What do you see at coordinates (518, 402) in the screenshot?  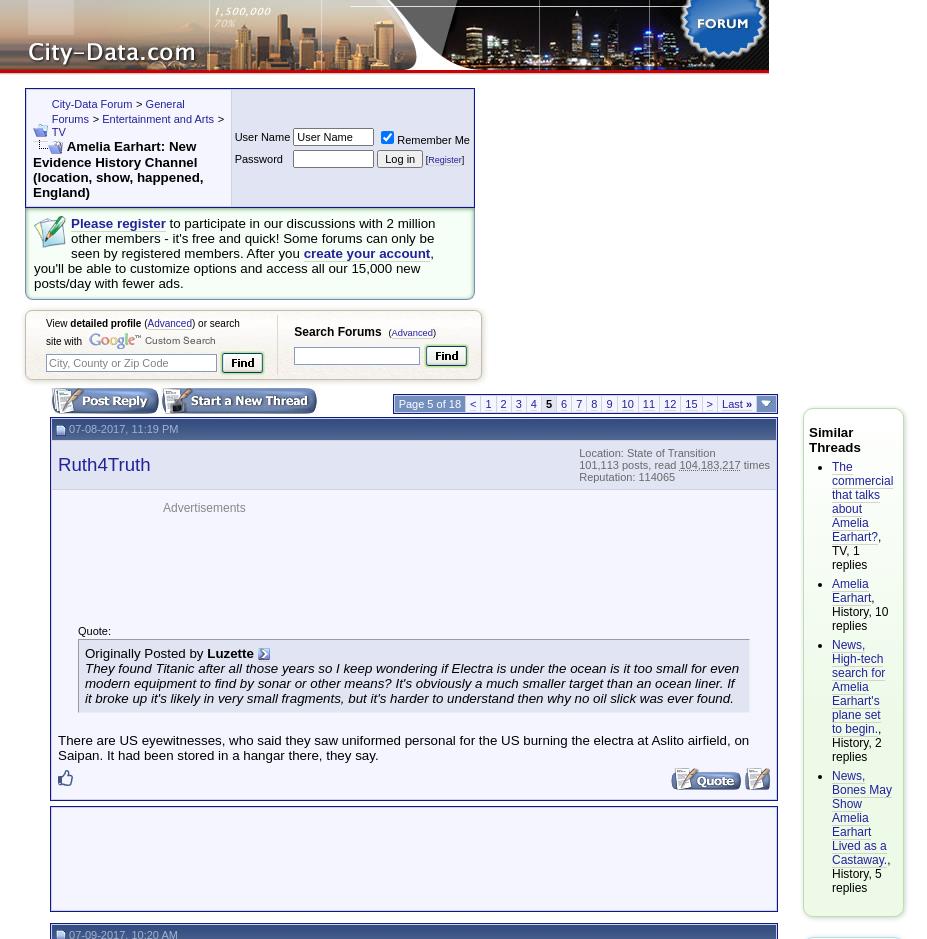 I see `'3'` at bounding box center [518, 402].